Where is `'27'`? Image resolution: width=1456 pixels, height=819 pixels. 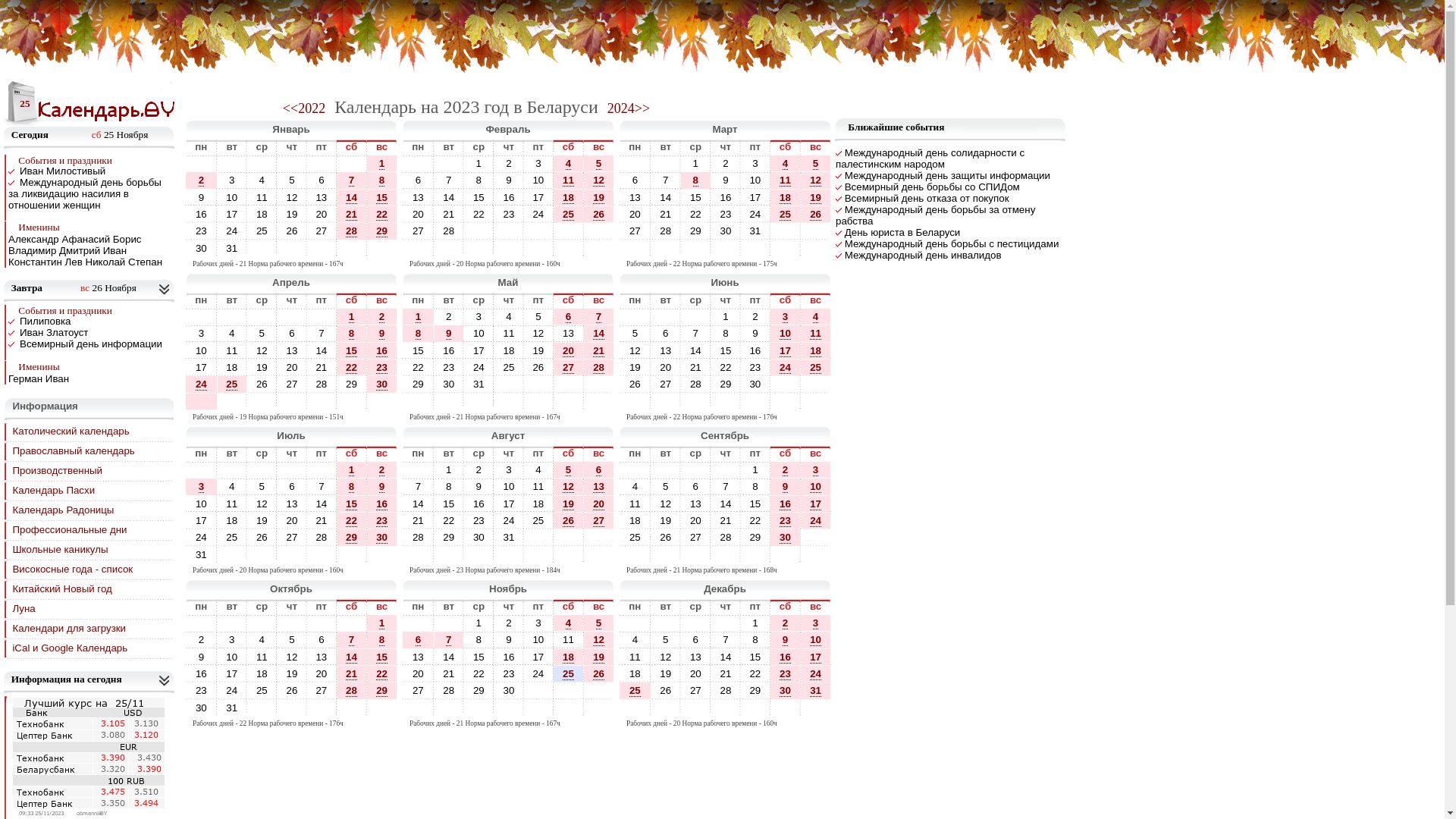
'27' is located at coordinates (666, 383).